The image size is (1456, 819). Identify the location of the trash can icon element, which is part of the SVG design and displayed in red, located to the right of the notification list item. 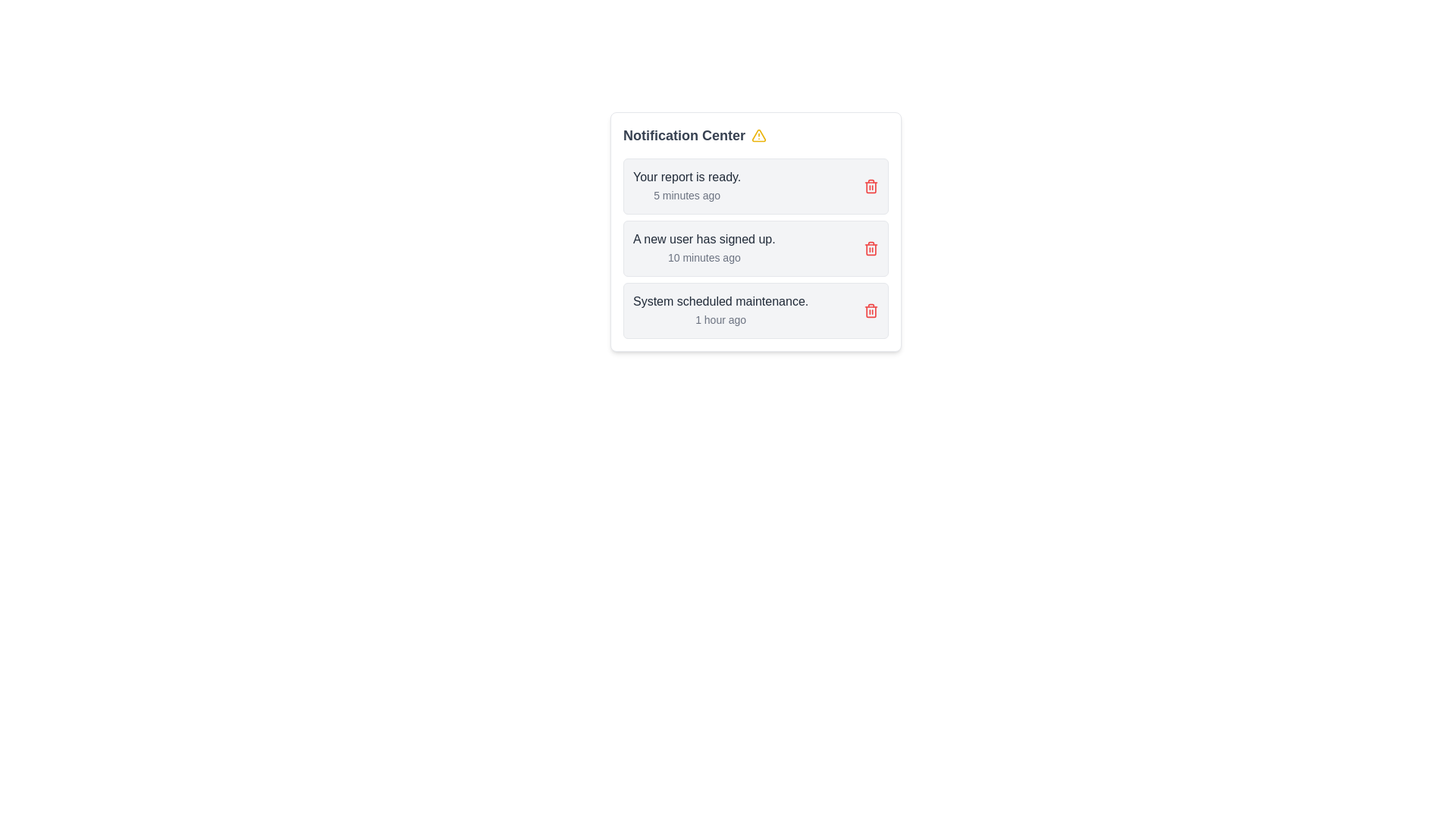
(871, 186).